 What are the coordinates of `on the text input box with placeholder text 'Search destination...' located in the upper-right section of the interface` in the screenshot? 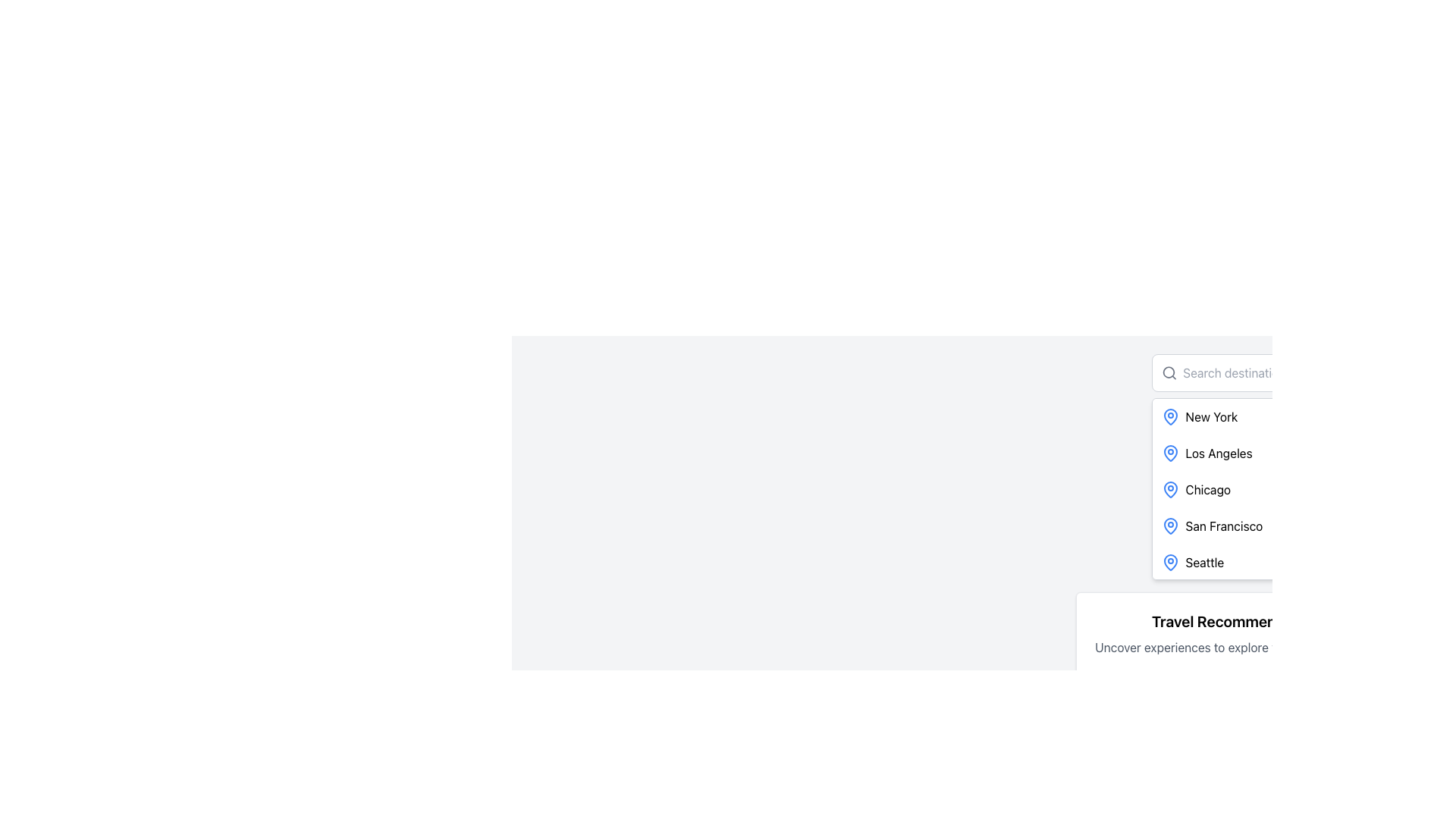 It's located at (1250, 373).